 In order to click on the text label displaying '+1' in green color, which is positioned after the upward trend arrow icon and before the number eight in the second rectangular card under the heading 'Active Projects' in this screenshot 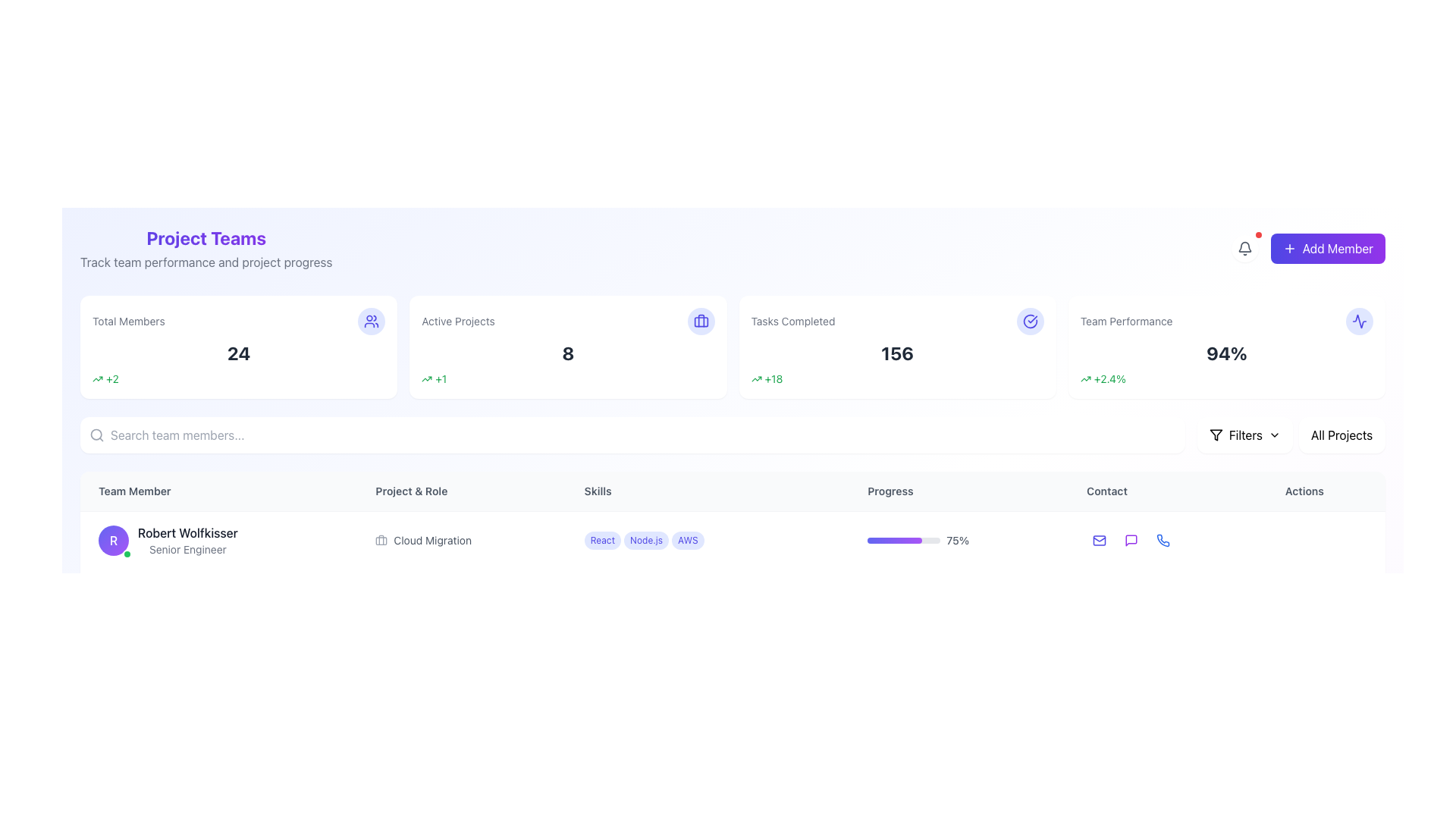, I will do `click(440, 378)`.